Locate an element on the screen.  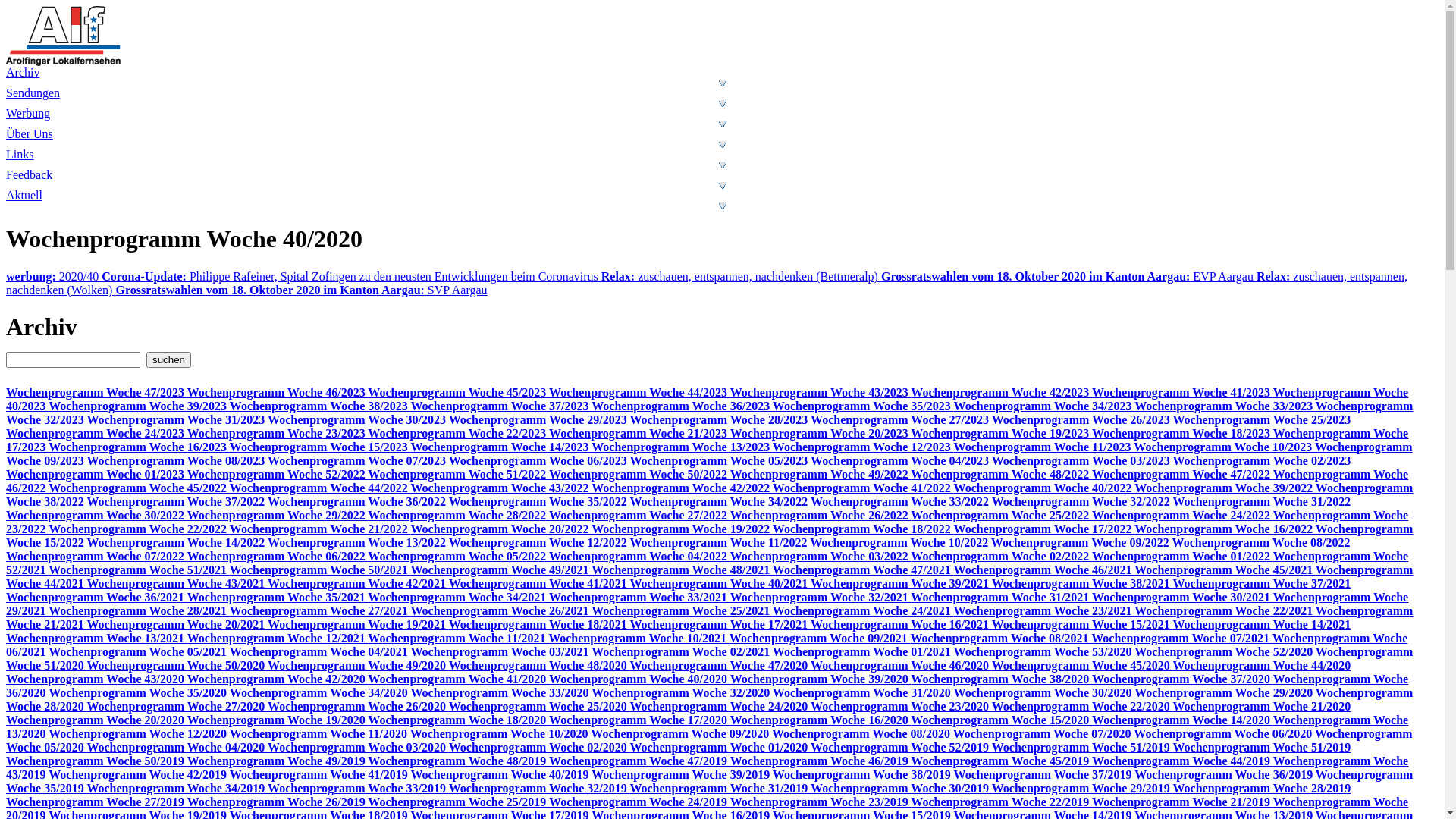
'Wochenprogramm Woche 20/2021' is located at coordinates (177, 624).